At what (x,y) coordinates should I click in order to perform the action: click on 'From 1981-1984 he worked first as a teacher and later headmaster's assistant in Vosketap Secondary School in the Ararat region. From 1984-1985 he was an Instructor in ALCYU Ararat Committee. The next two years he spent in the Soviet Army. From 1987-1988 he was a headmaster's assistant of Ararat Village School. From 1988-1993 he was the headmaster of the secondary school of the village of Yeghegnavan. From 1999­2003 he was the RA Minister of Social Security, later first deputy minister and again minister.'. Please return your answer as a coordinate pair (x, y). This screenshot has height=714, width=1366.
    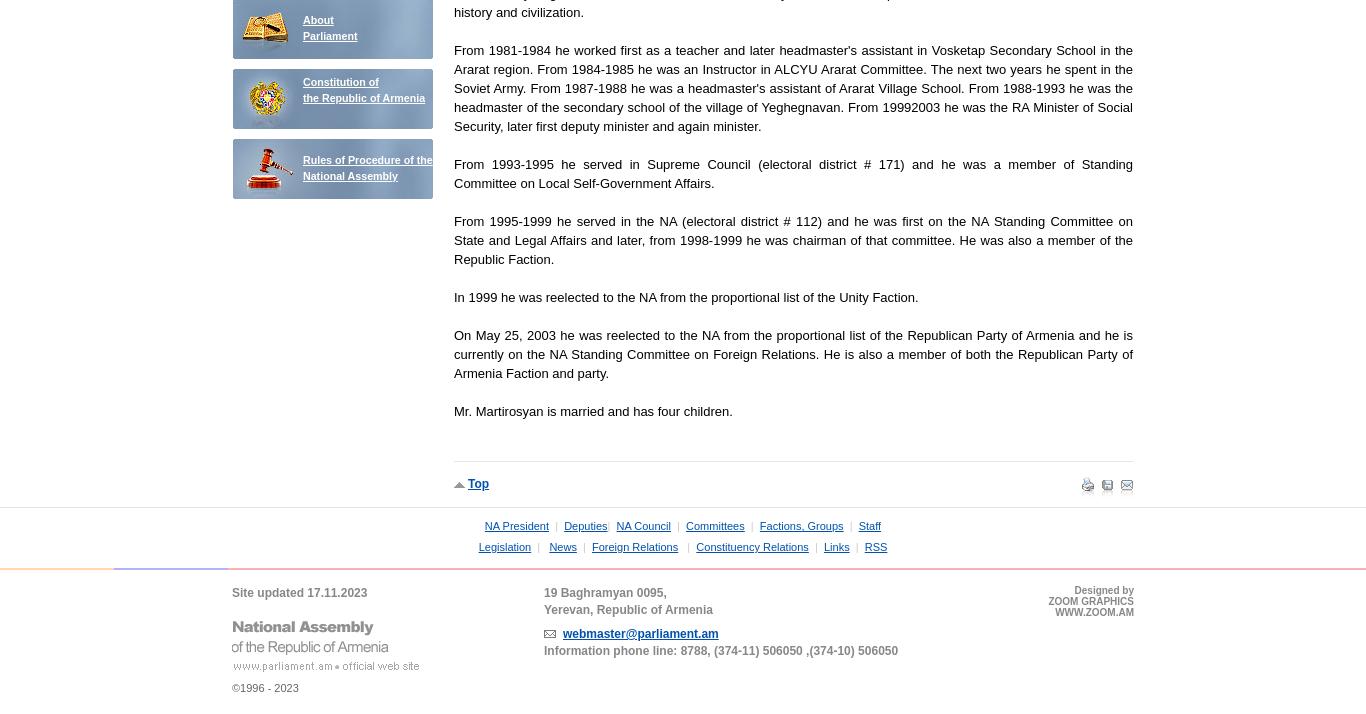
    Looking at the image, I should click on (793, 87).